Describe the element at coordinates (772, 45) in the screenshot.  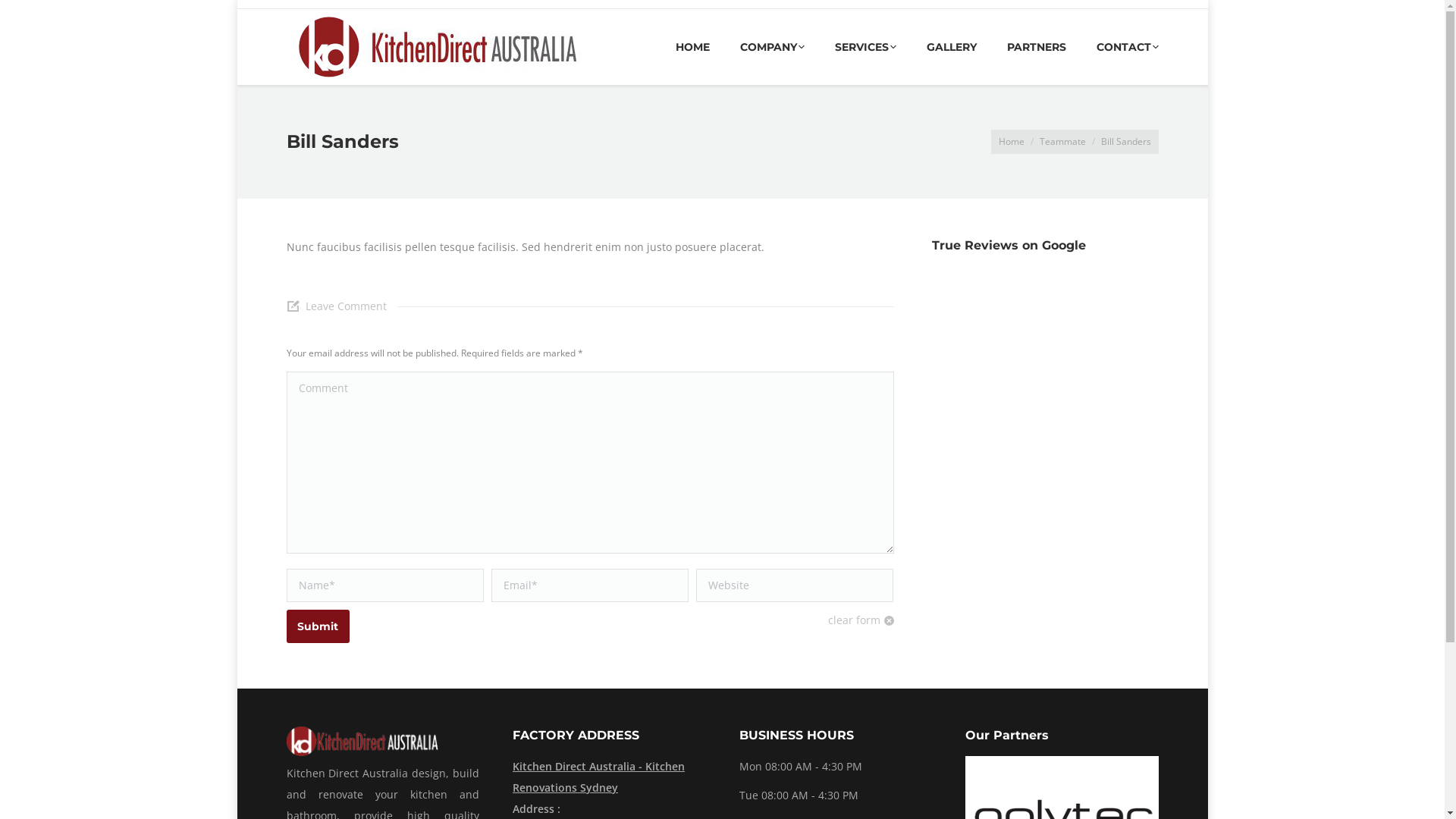
I see `'COMPANY'` at that location.